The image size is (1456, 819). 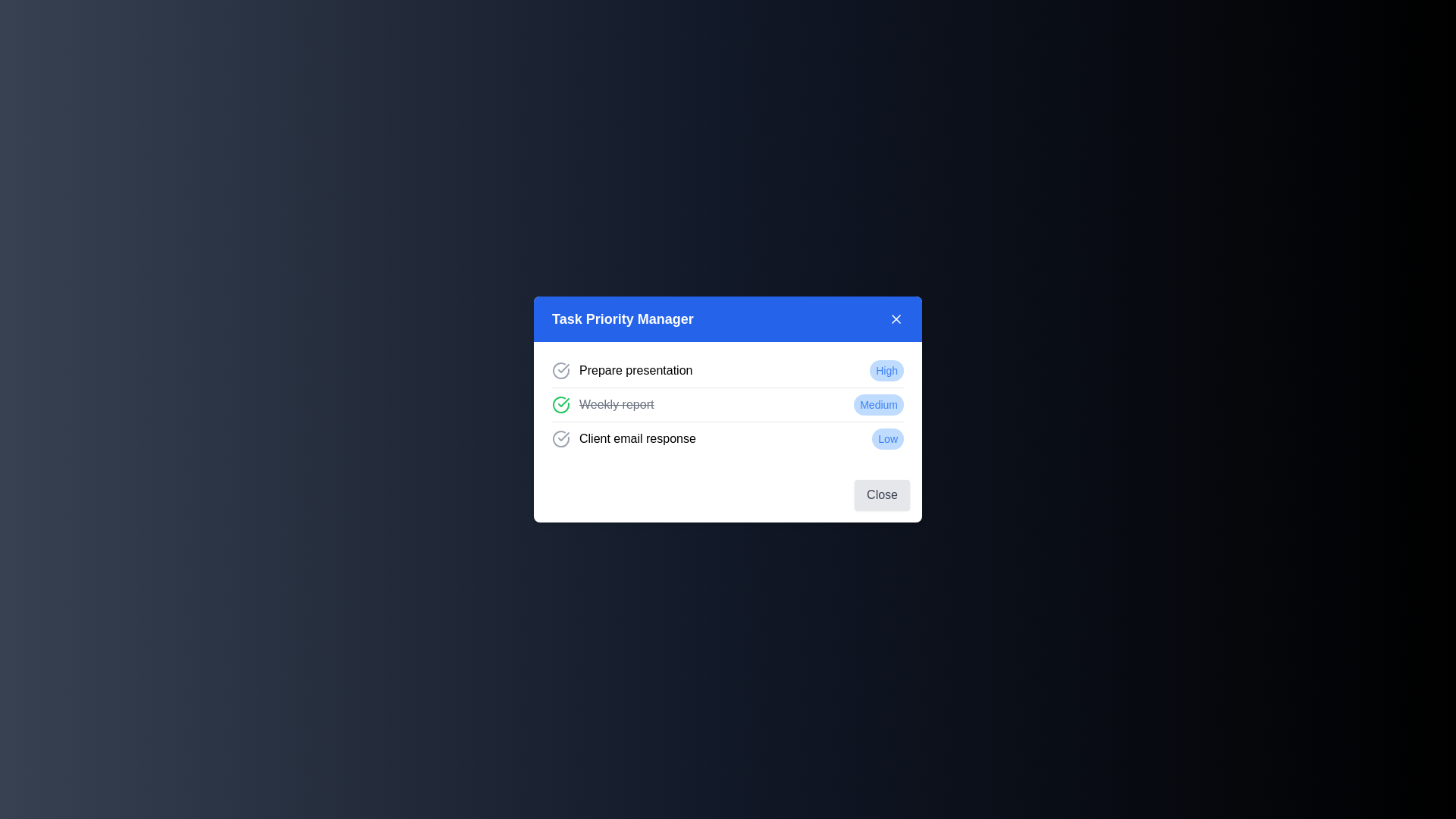 I want to click on the 'Medium' badge with a light blue background located on the right side of the 'Weekly report' row in the table, so click(x=879, y=403).